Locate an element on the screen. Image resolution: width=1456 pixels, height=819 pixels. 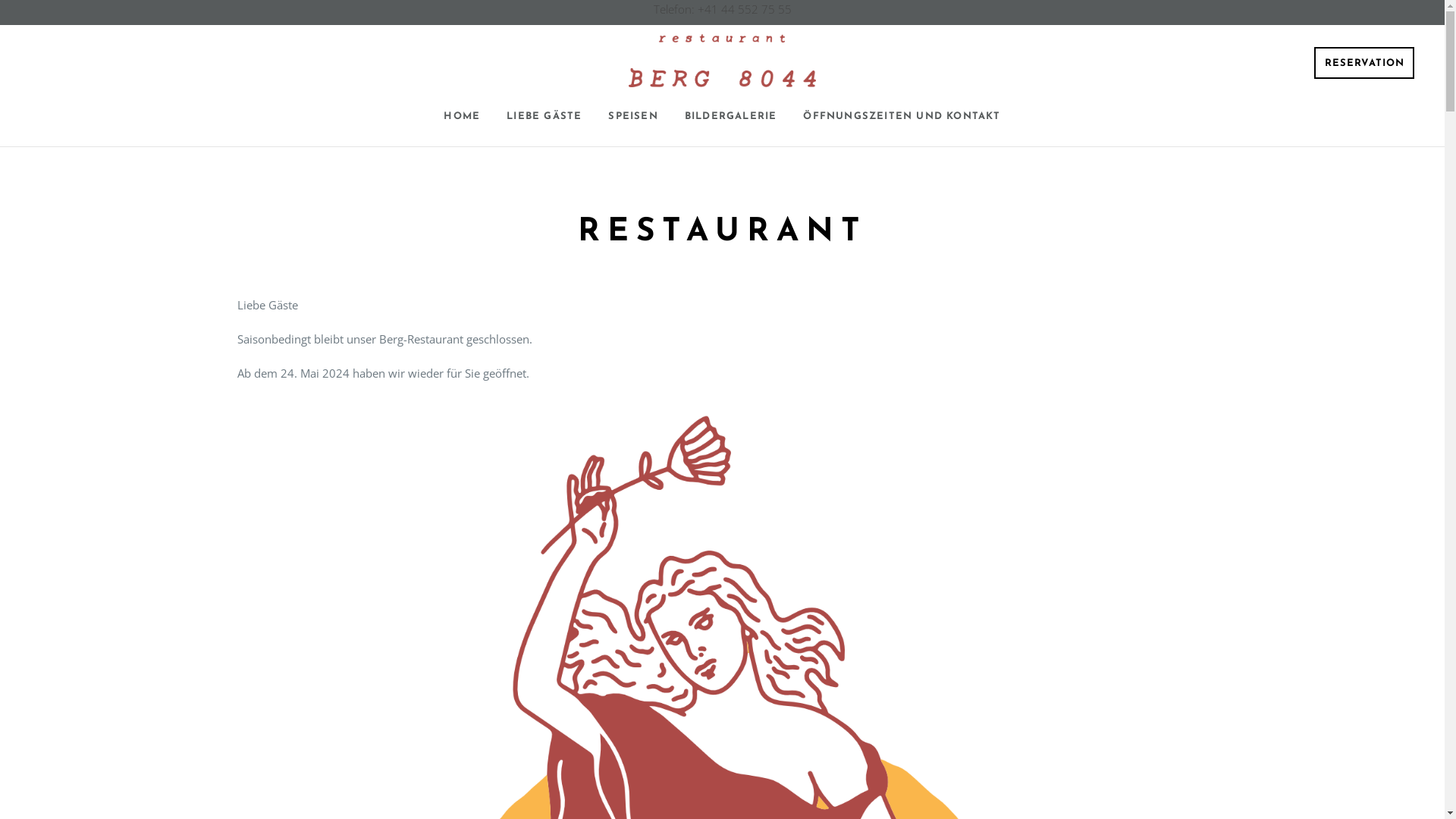
'Telefon: +41 44 552 75 55' is located at coordinates (654, 8).